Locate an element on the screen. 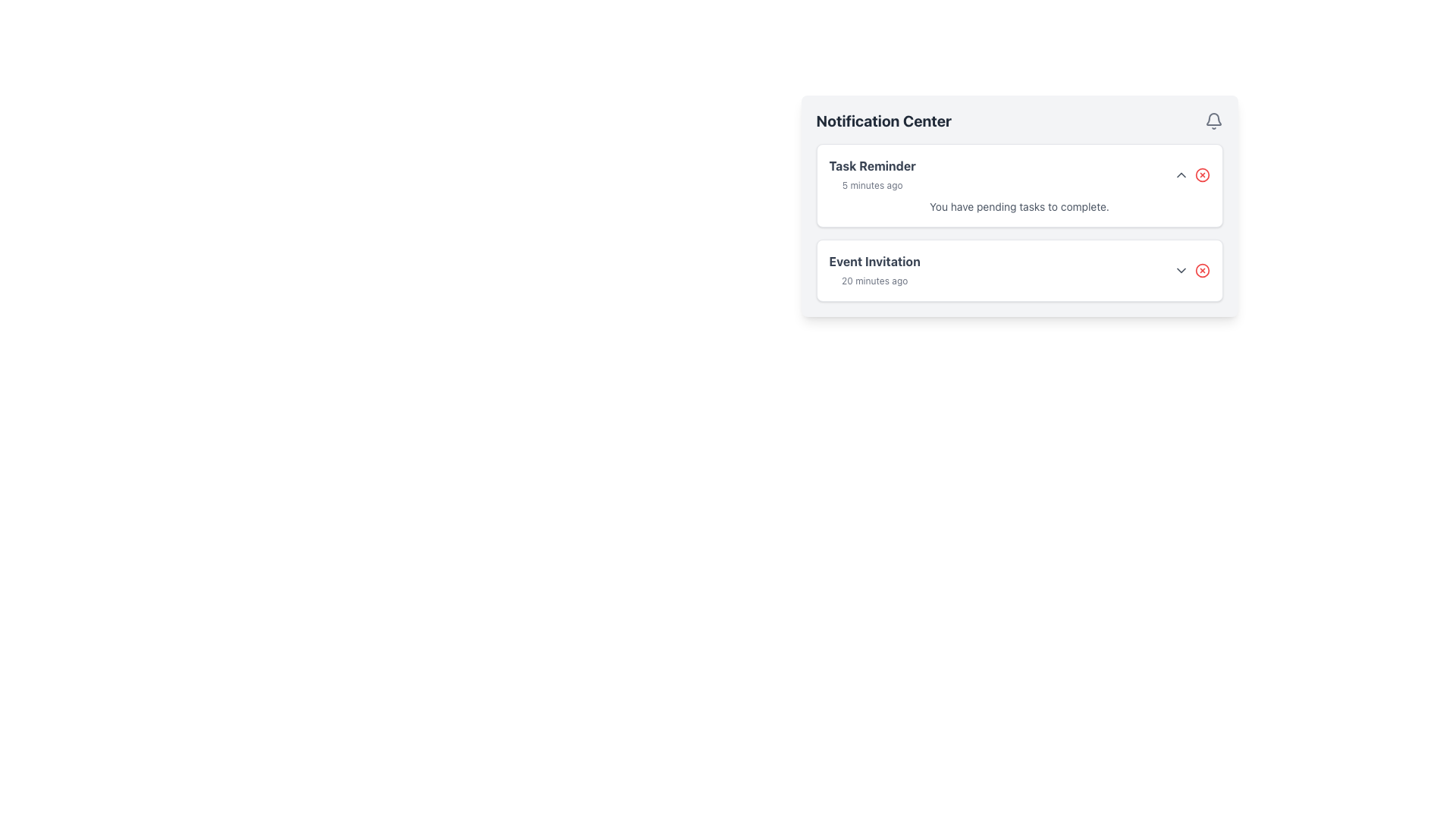 This screenshot has height=819, width=1456. the bell icon located at the top-right corner of the 'Notification Center' is located at coordinates (1213, 120).